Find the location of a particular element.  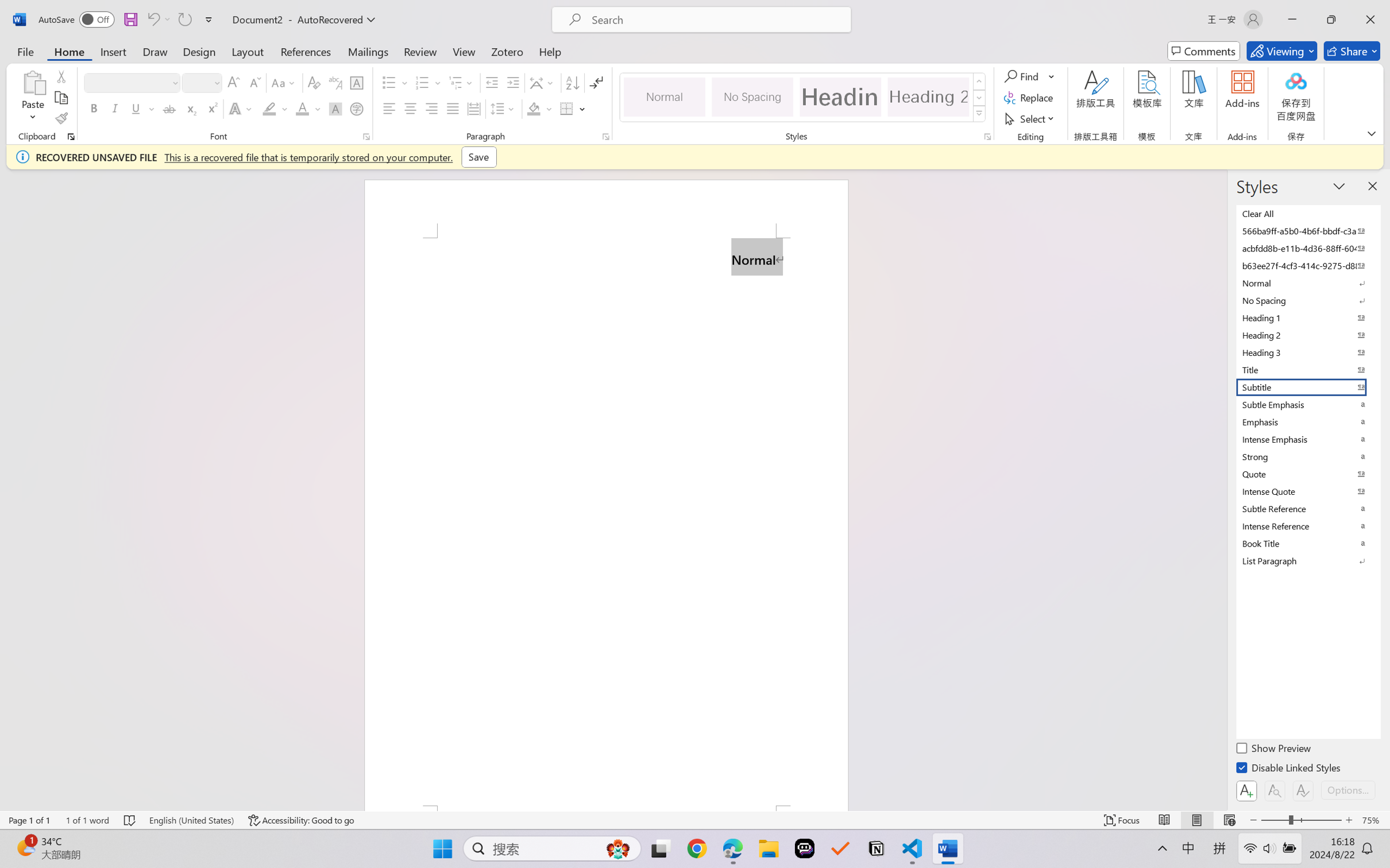

'Replace...' is located at coordinates (1029, 98).